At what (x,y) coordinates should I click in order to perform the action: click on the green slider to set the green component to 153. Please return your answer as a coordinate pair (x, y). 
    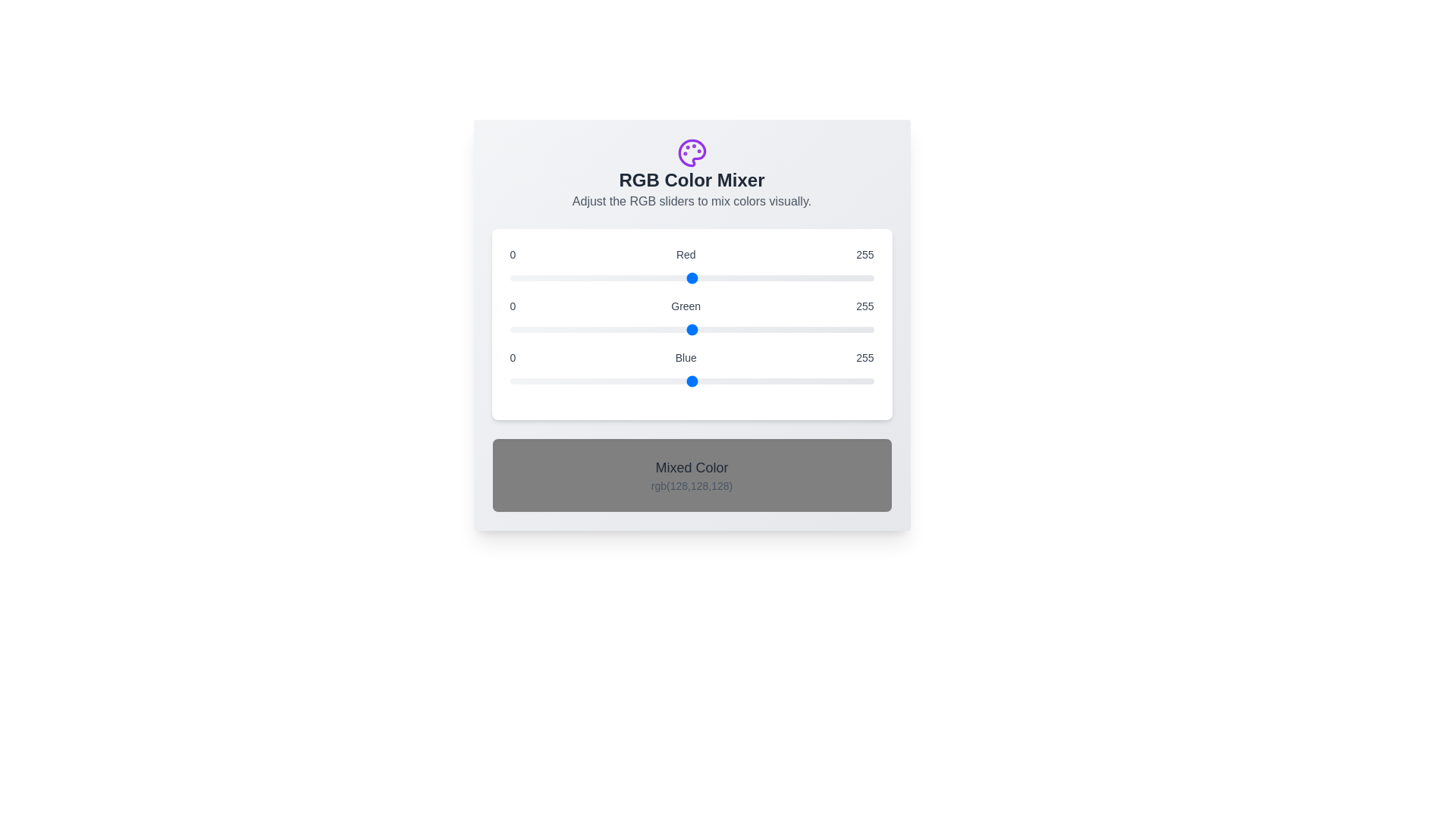
    Looking at the image, I should click on (728, 329).